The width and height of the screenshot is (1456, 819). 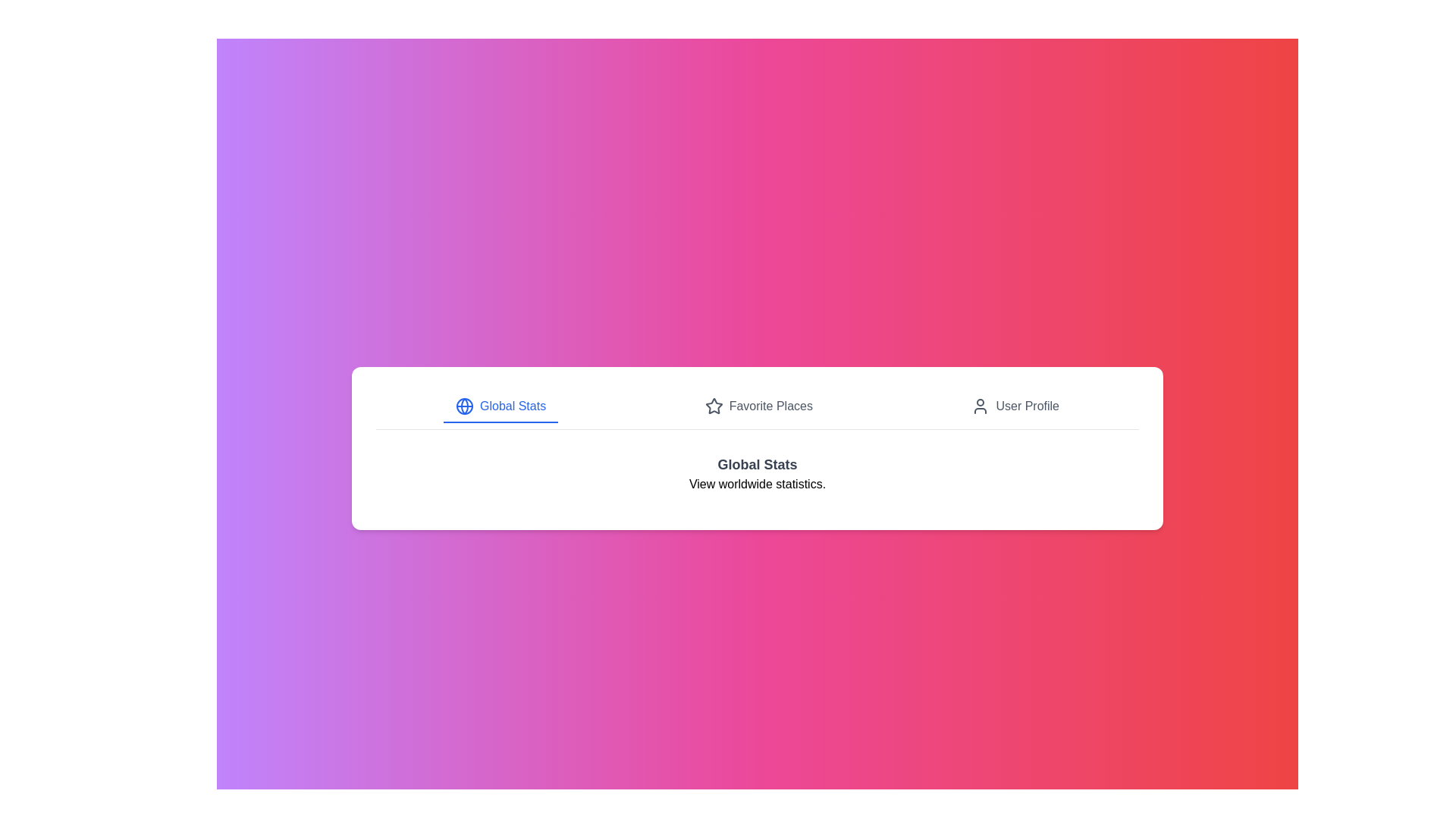 I want to click on the star icon in the navigation bar, which represents 'Favorite Places', so click(x=713, y=405).